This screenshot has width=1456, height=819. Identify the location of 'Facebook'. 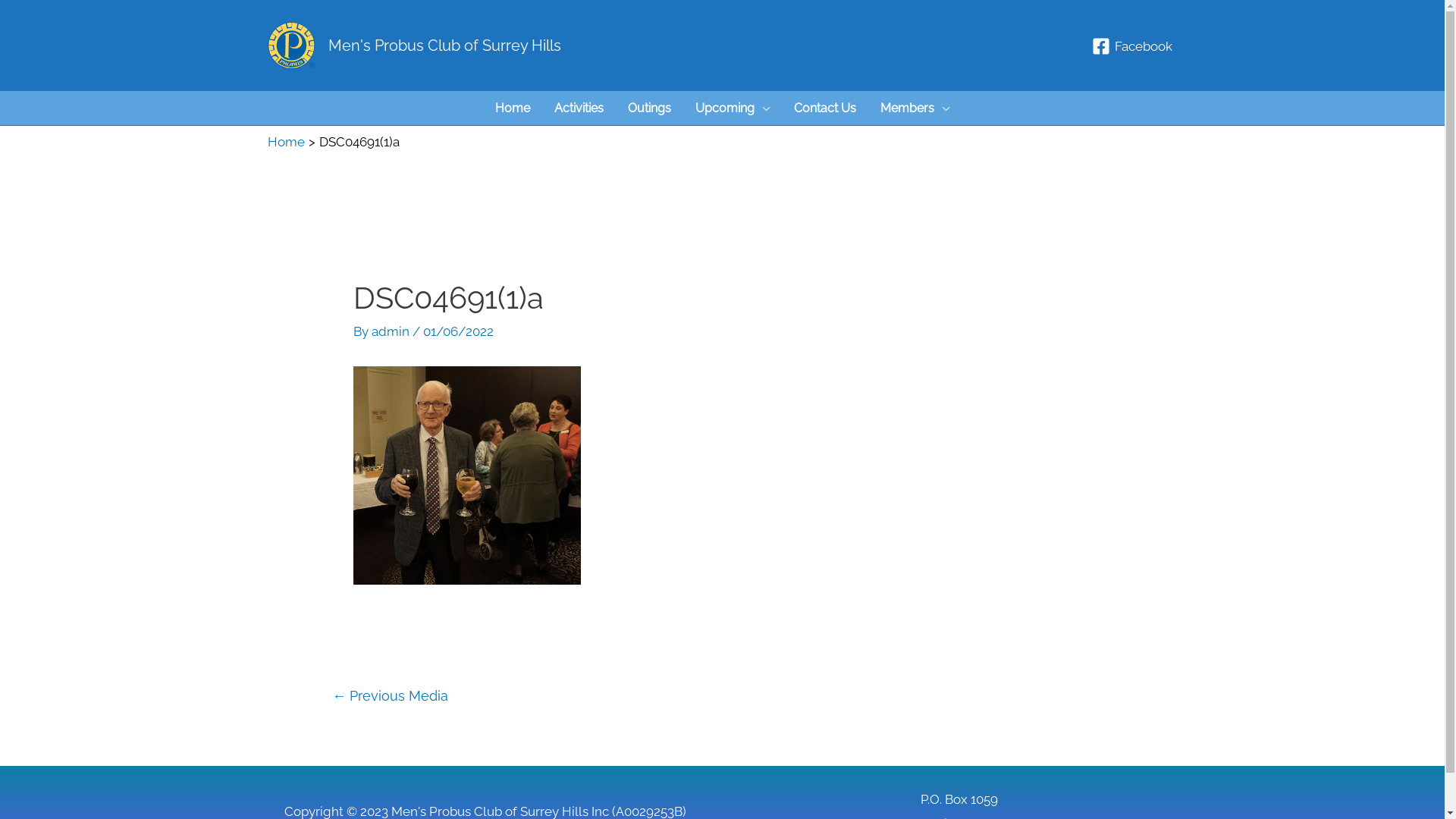
(1086, 45).